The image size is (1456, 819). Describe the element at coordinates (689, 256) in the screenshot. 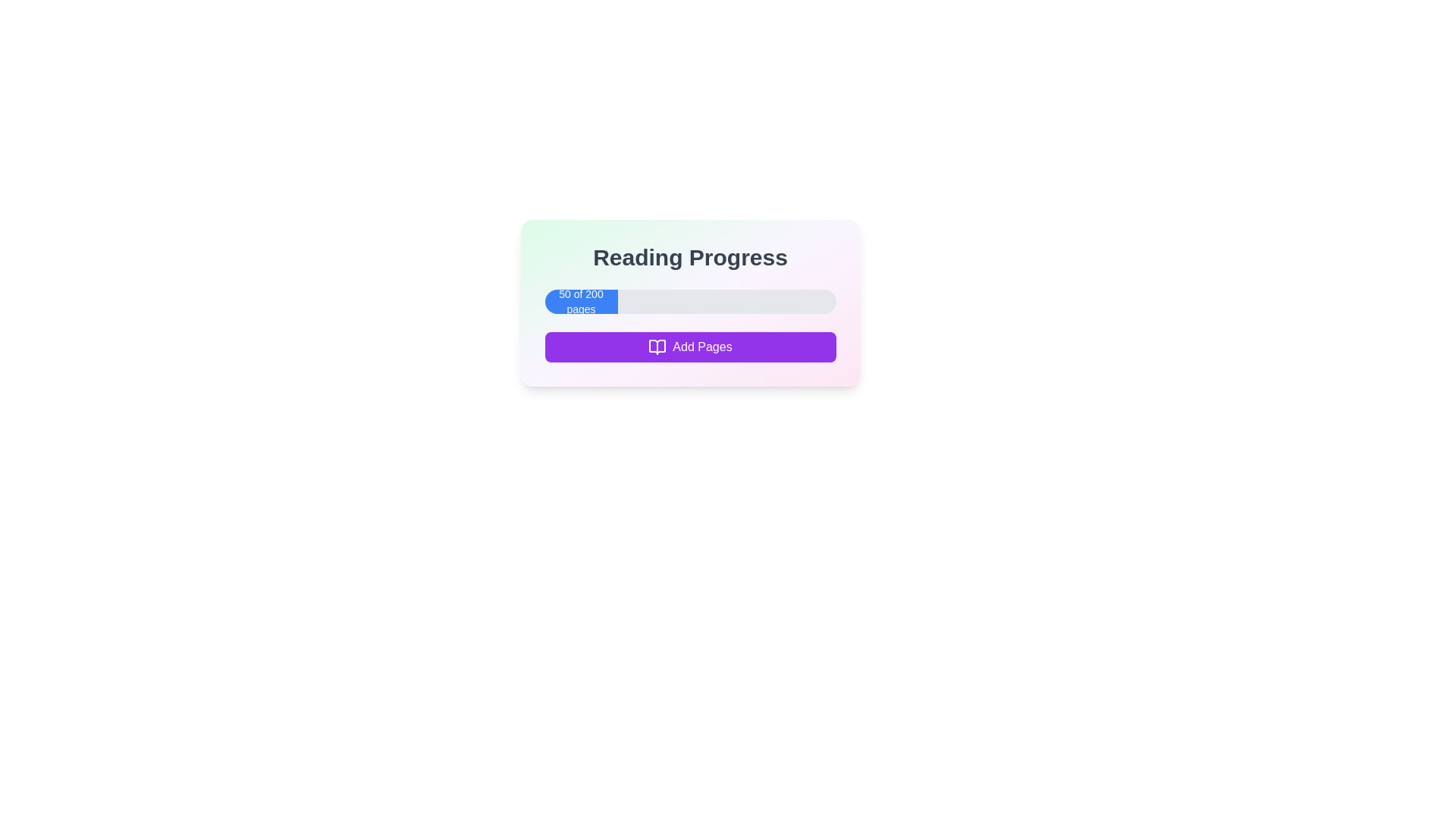

I see `the heading text element that provides context about the associated progress information in the card-like interface` at that location.